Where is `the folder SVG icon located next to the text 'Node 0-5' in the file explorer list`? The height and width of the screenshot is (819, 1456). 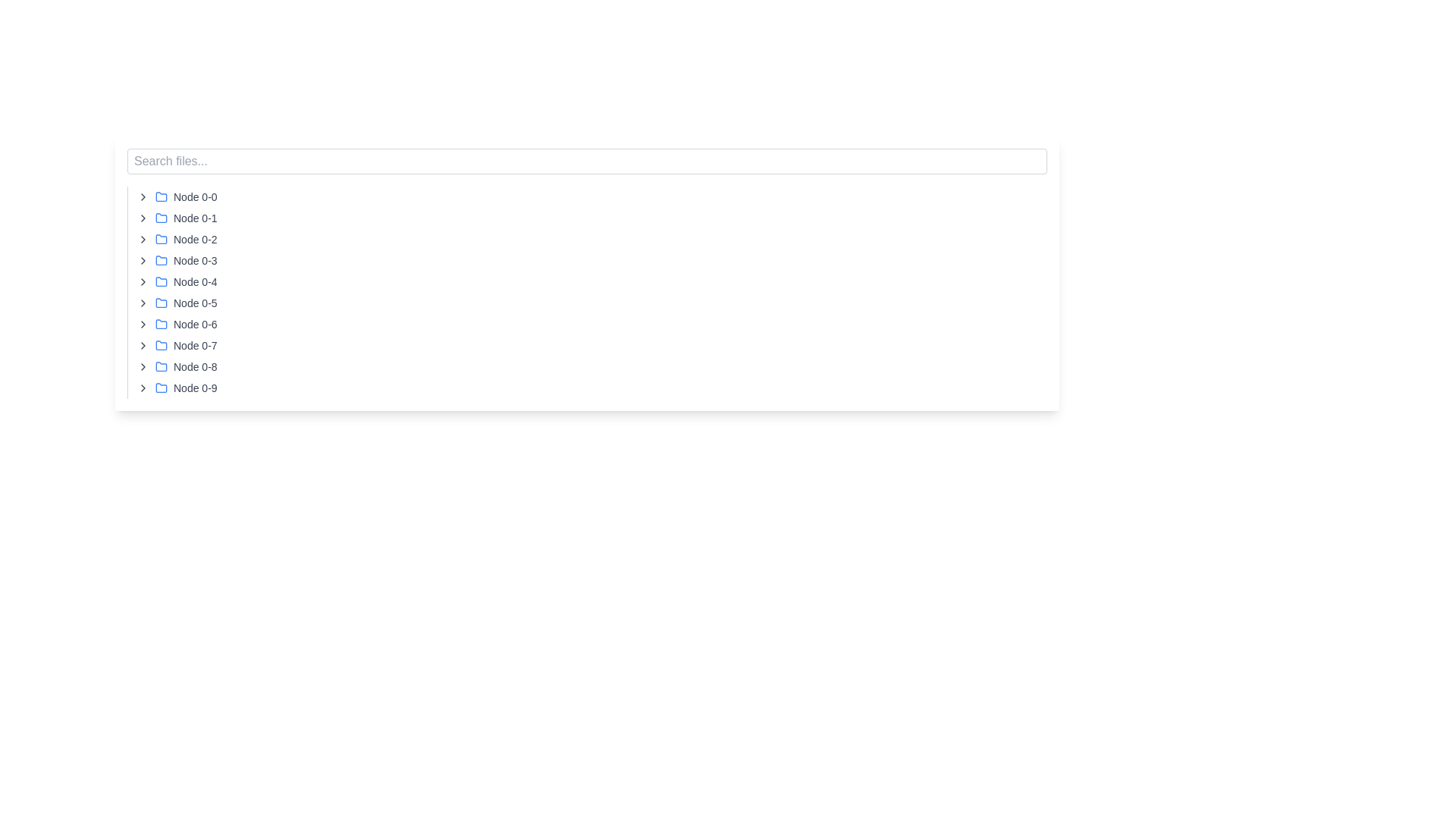 the folder SVG icon located next to the text 'Node 0-5' in the file explorer list is located at coordinates (161, 303).